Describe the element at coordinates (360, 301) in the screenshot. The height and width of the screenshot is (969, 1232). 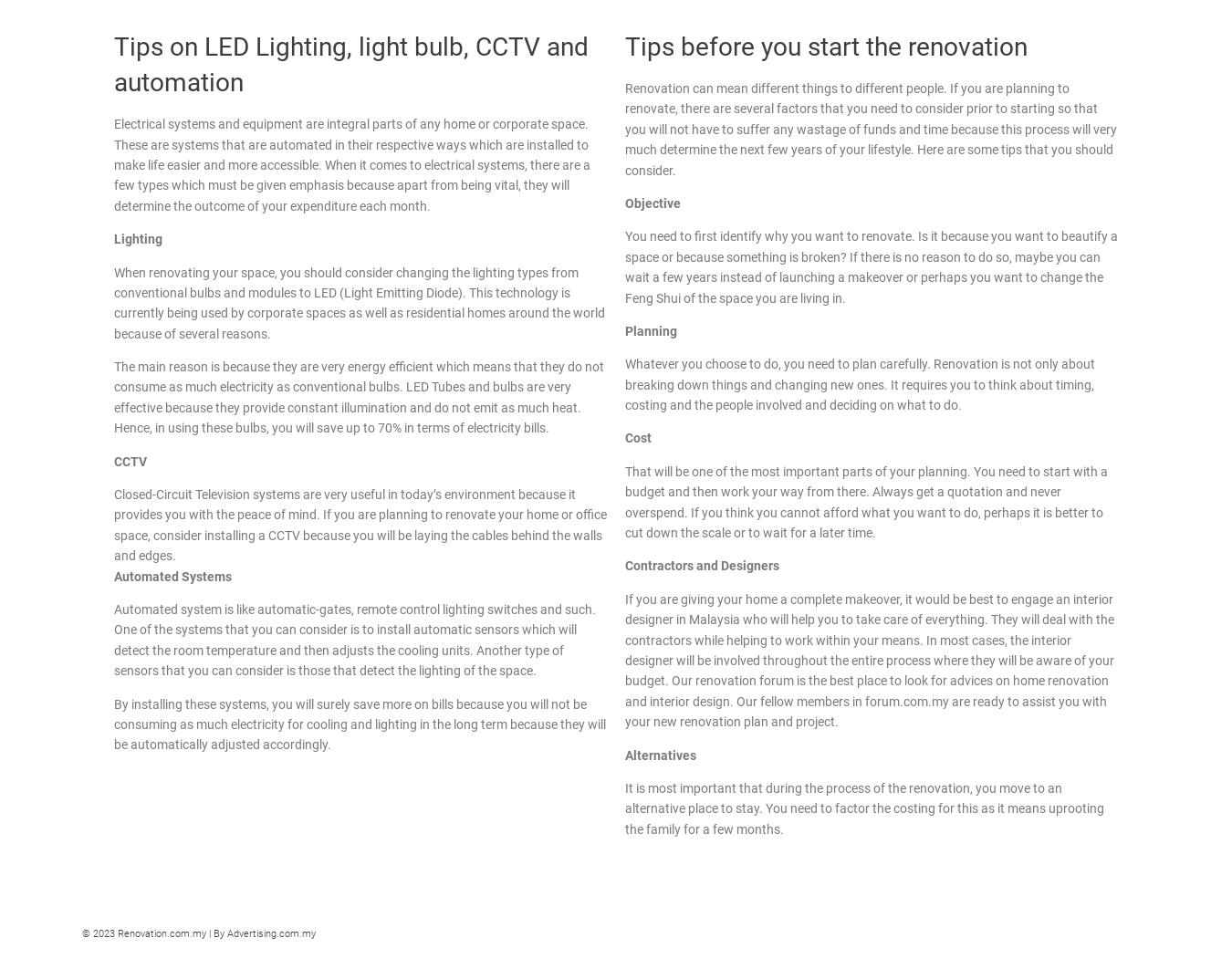
I see `'When renovating your space, you should consider changing the lighting types from conventional bulbs and modules to LED (Light Emitting Diode). This technology is currently being used by corporate spaces as well as residential homes around the world because of several reasons.'` at that location.